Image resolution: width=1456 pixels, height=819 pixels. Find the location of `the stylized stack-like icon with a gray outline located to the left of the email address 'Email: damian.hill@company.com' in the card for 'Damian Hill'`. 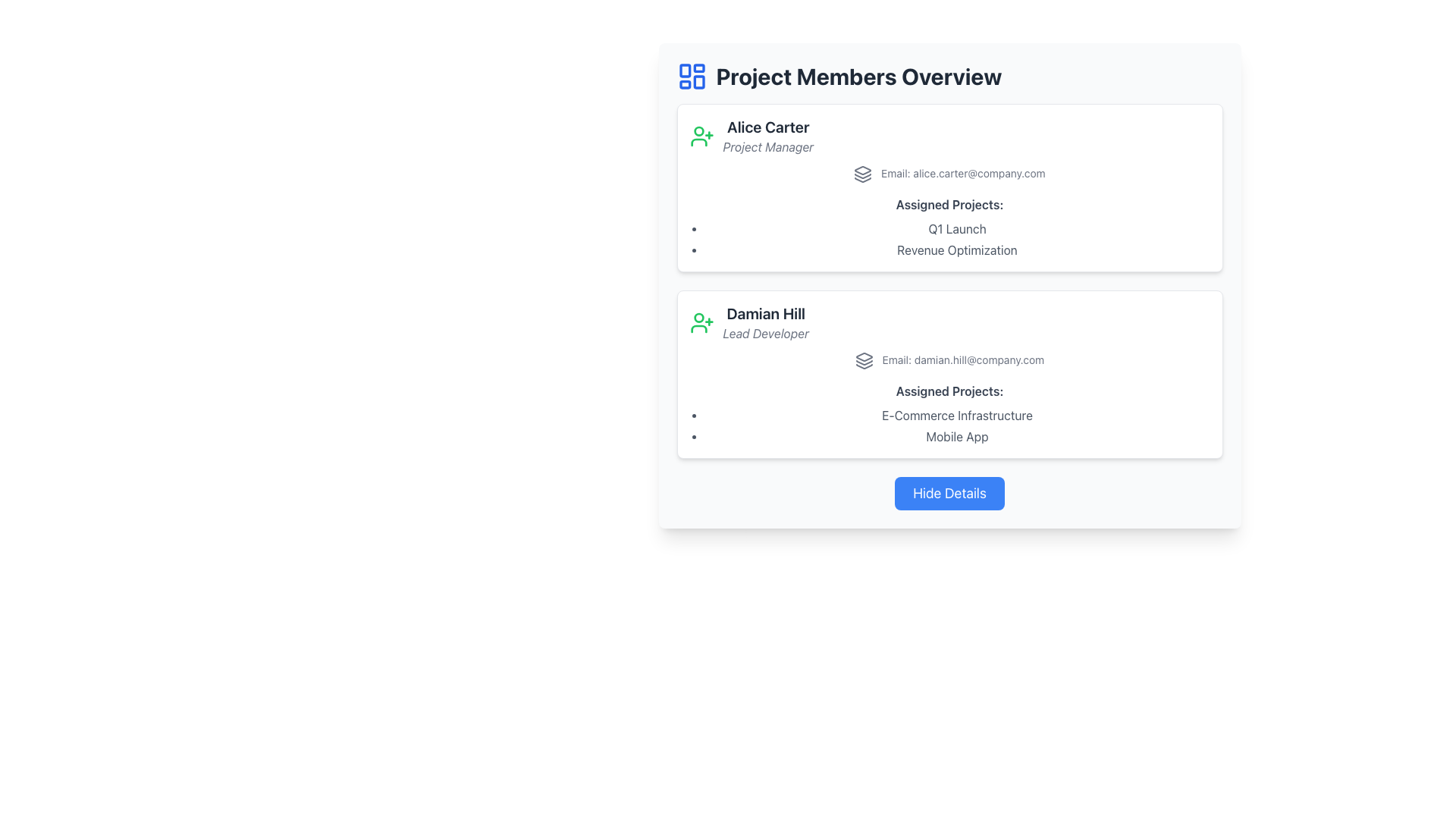

the stylized stack-like icon with a gray outline located to the left of the email address 'Email: damian.hill@company.com' in the card for 'Damian Hill' is located at coordinates (864, 360).